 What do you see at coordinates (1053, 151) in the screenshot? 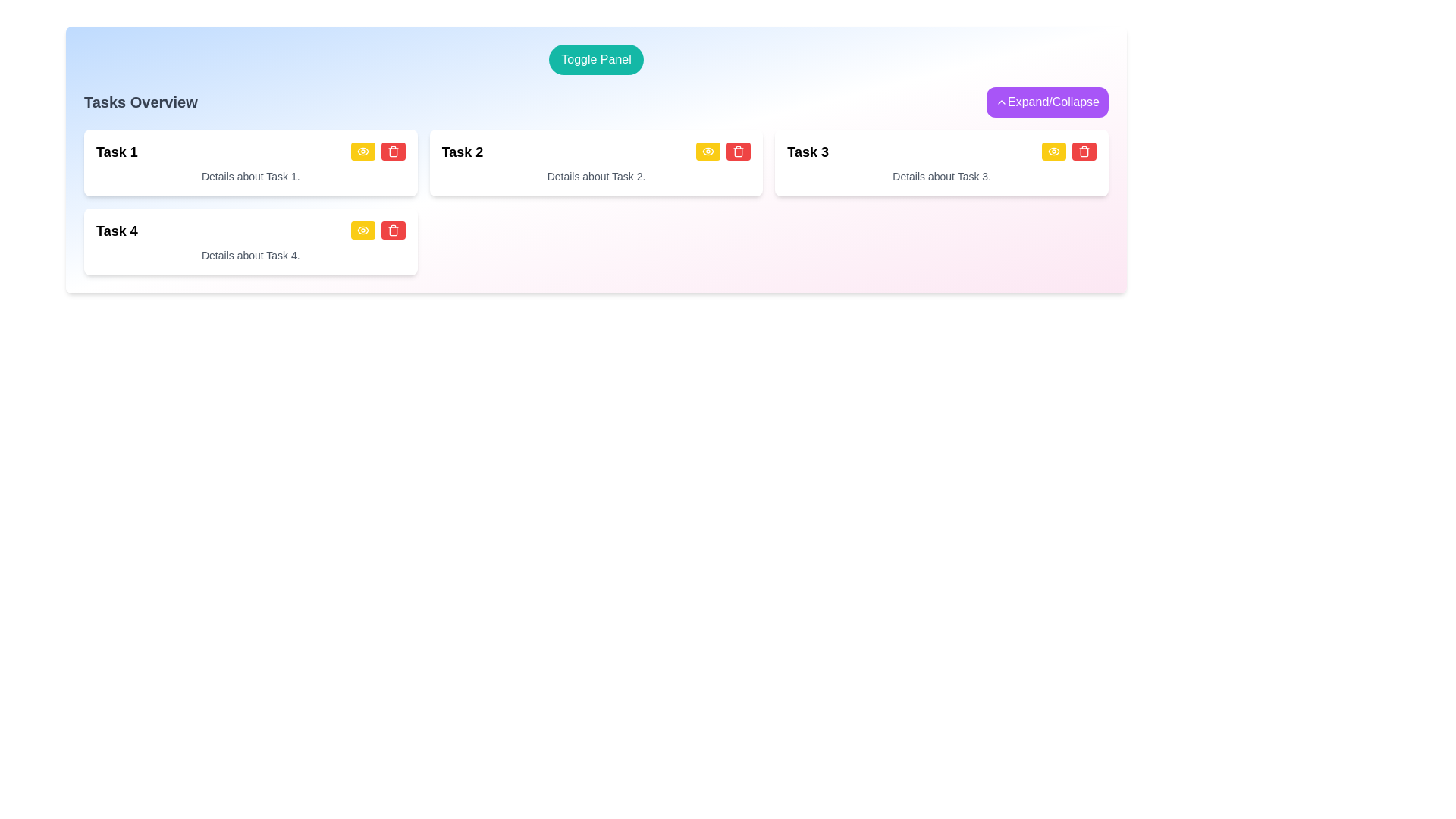
I see `the minimalistic eye icon located on the right side of the 'Task 3' box` at bounding box center [1053, 151].